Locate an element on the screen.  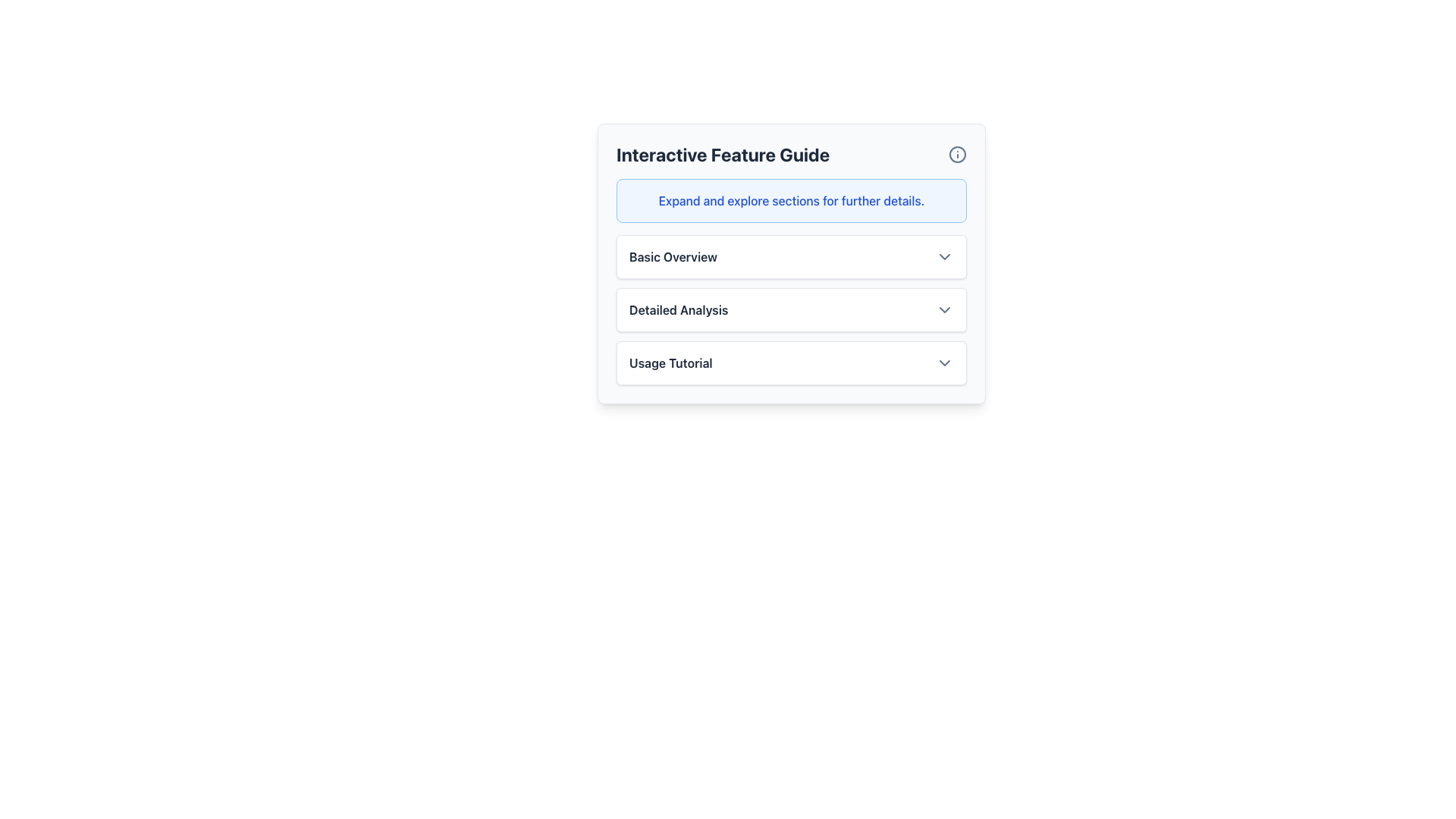
the informational box in the 'Interactive Feature Guide' panel to get more details is located at coordinates (790, 262).